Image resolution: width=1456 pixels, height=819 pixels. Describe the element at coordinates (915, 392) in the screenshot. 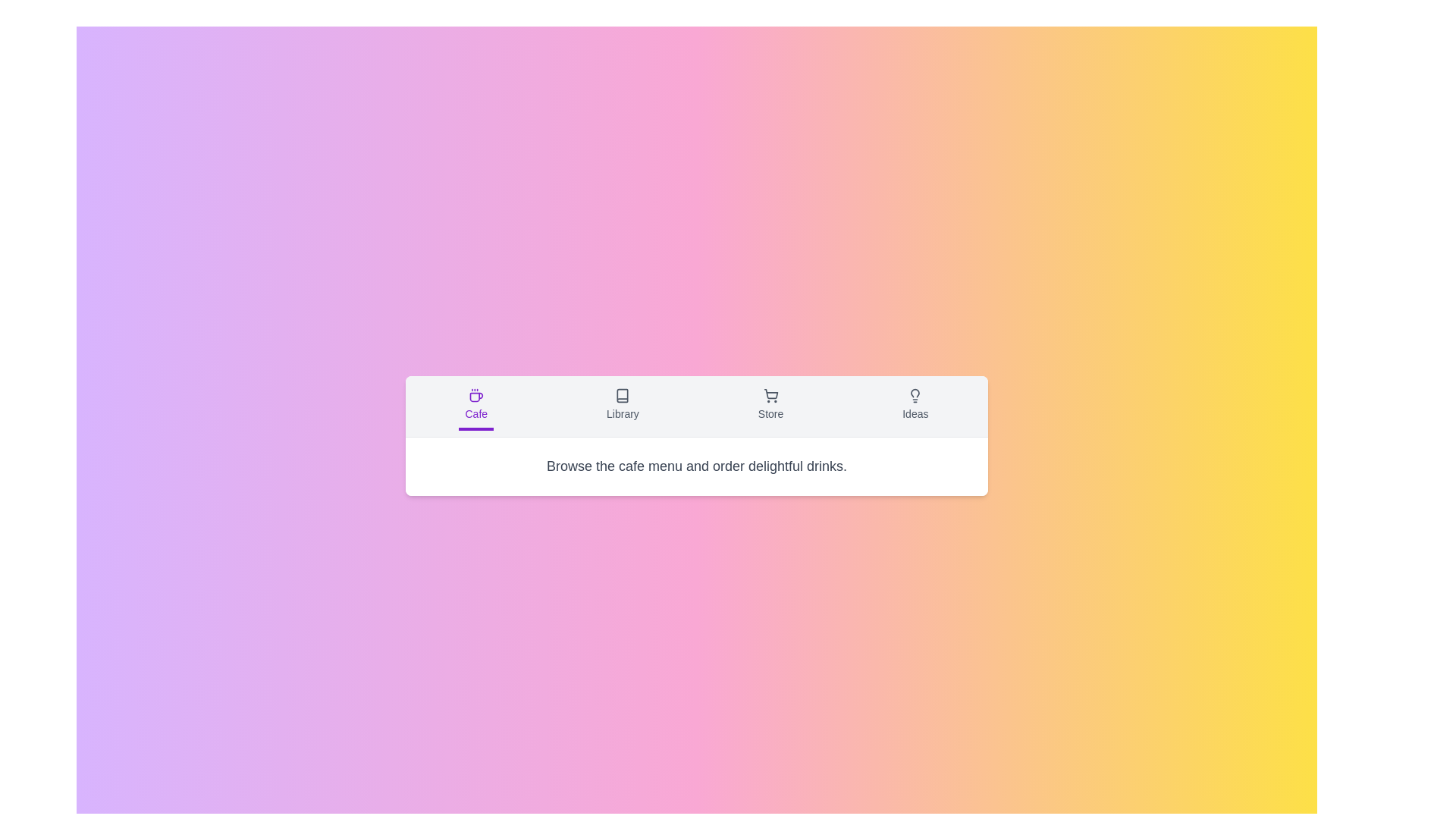

I see `the topmost segment of the lightbulb icon, which represents the 'Ideas' or 'Light' category in the rightmost part of the horizontal navigation bar` at that location.